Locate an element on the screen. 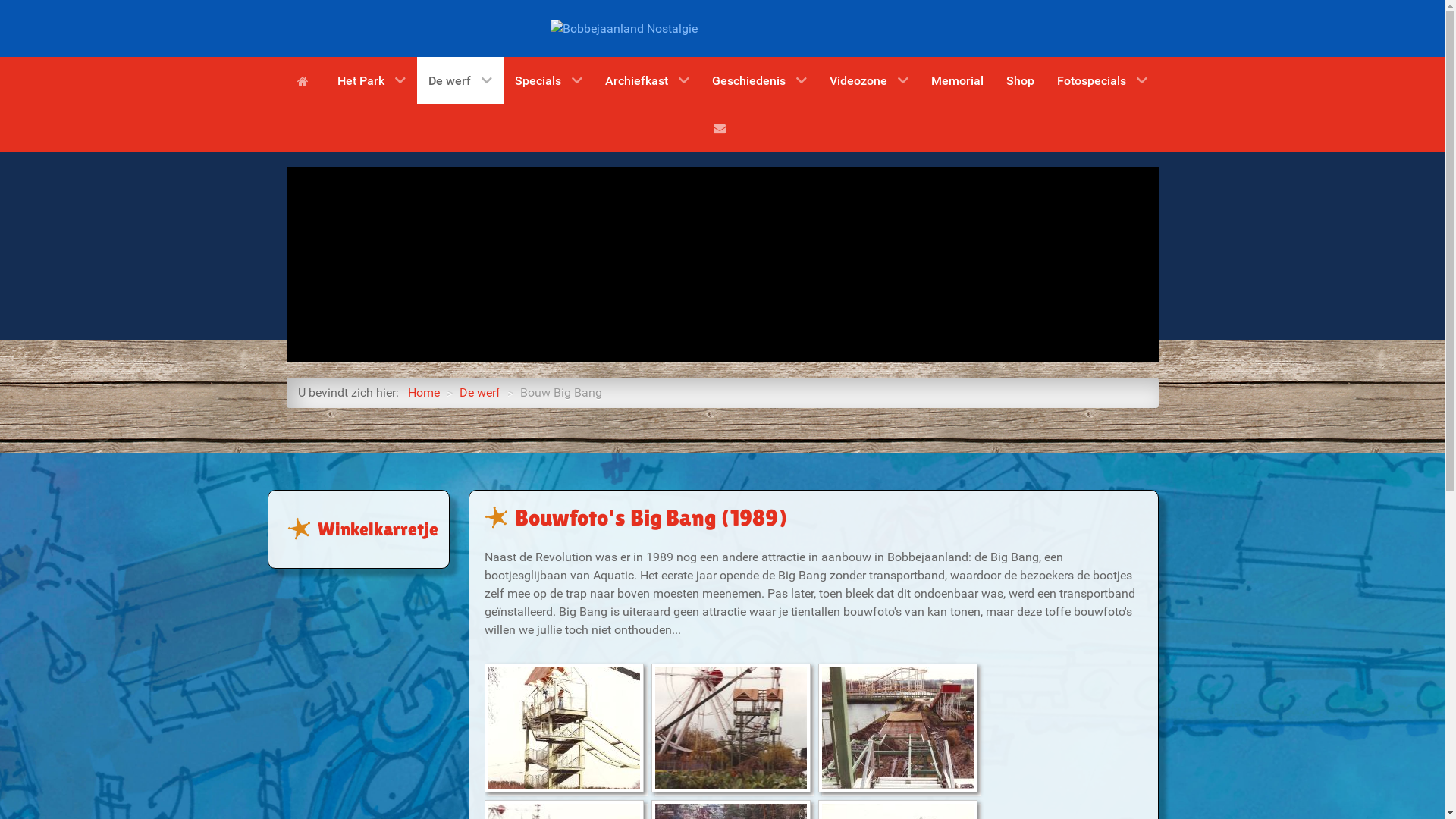 The width and height of the screenshot is (1456, 819). 'Fotospecials' is located at coordinates (1102, 80).